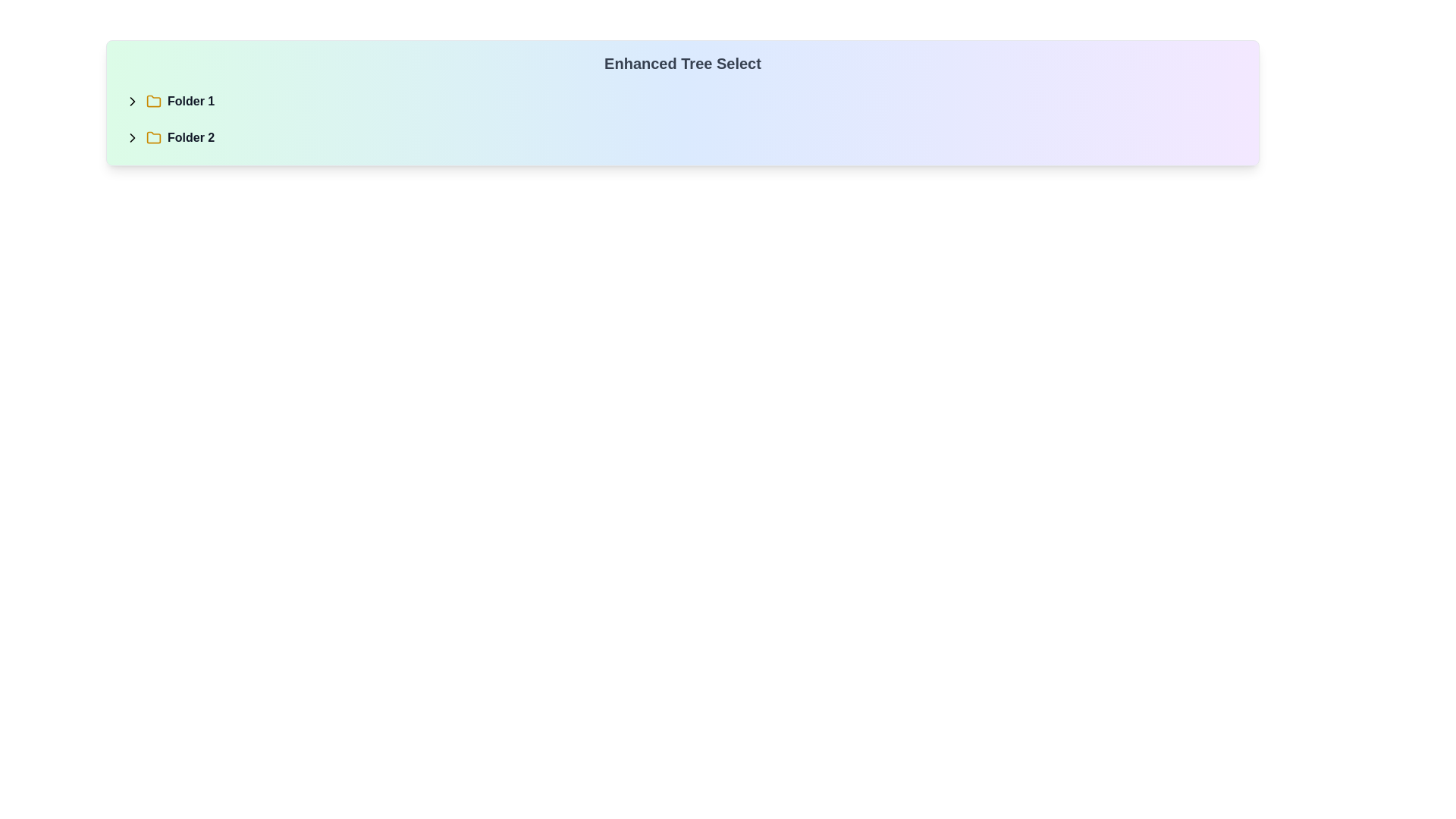 Image resolution: width=1456 pixels, height=819 pixels. What do you see at coordinates (132, 137) in the screenshot?
I see `the right-pointing chevron icon, which is a glyph icon within a square boundary` at bounding box center [132, 137].